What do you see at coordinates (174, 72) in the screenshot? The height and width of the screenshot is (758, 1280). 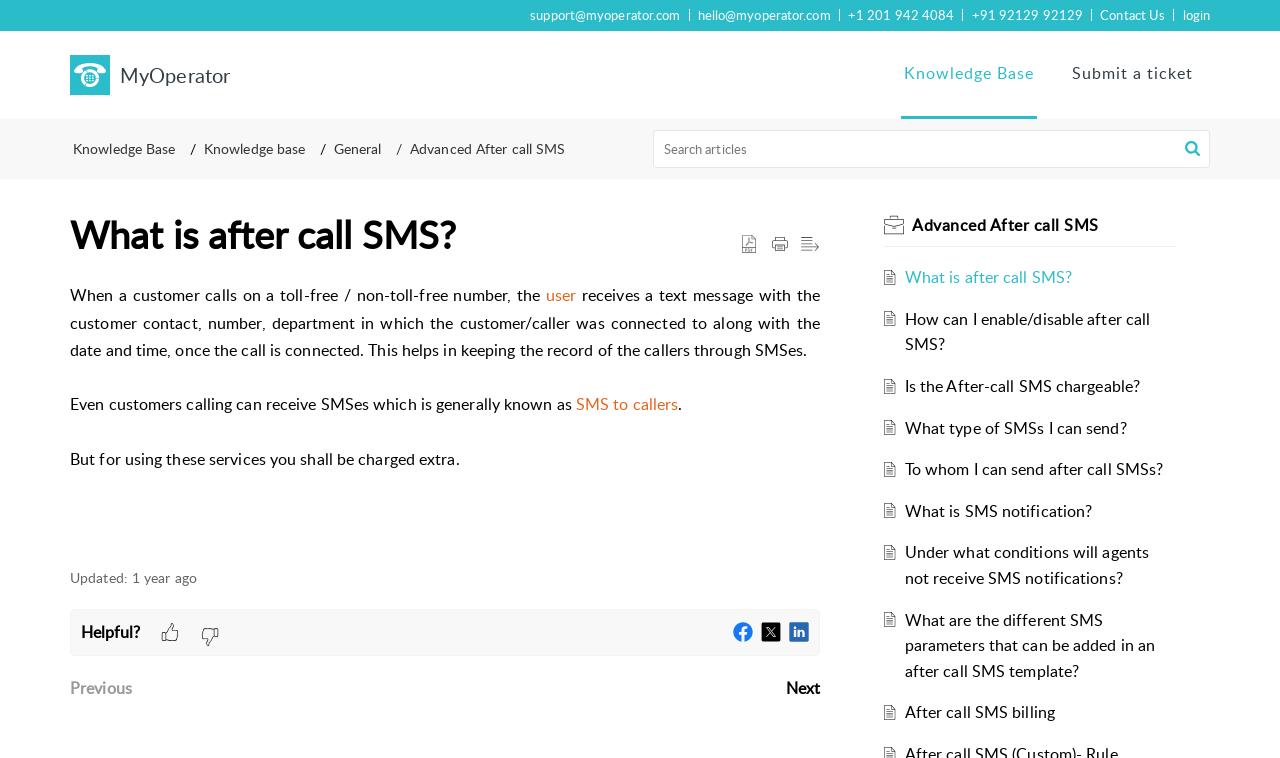 I see `'MyOperator'` at bounding box center [174, 72].